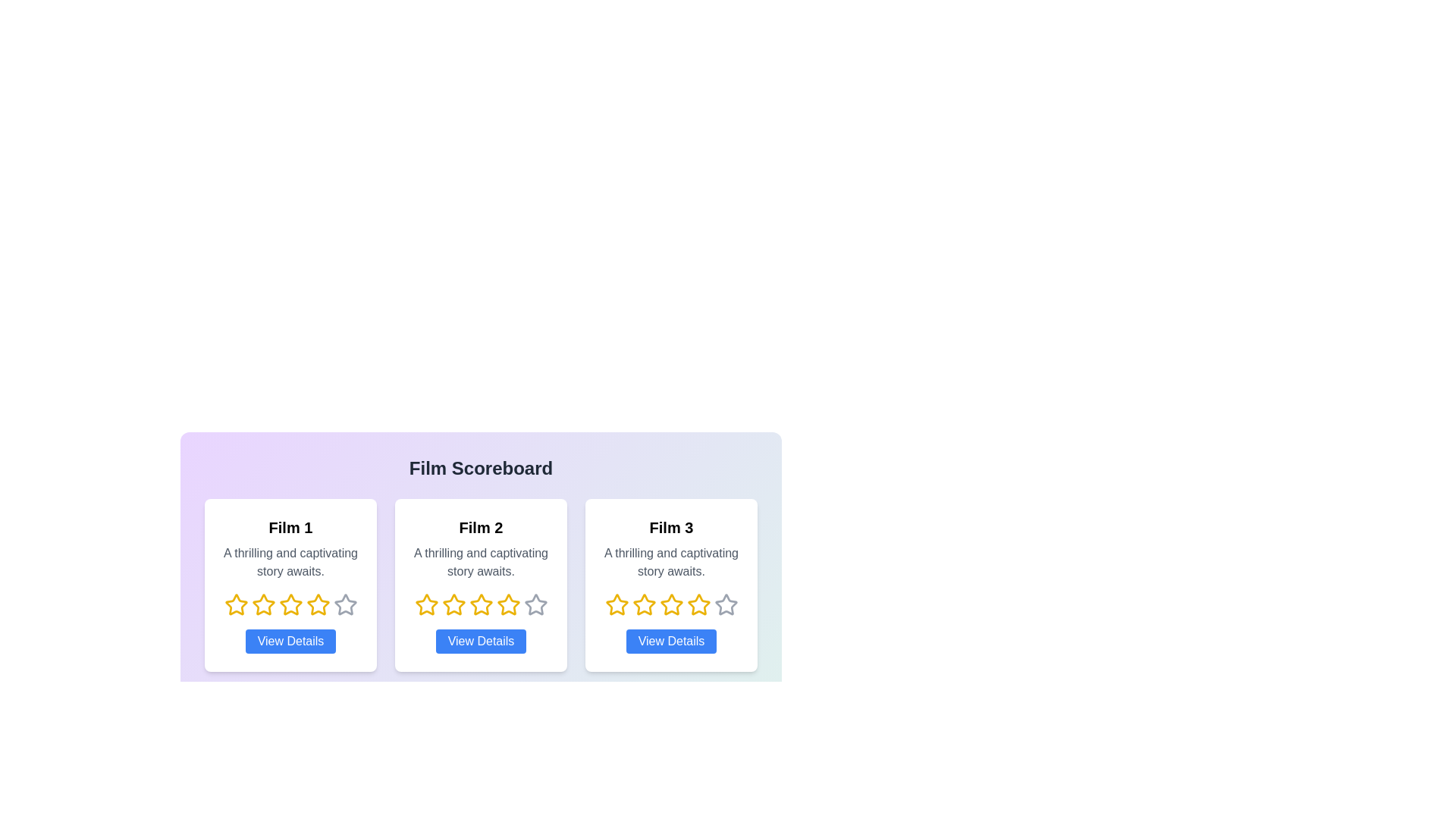  Describe the element at coordinates (480, 467) in the screenshot. I see `the header labeled 'Film Scoreboard'` at that location.